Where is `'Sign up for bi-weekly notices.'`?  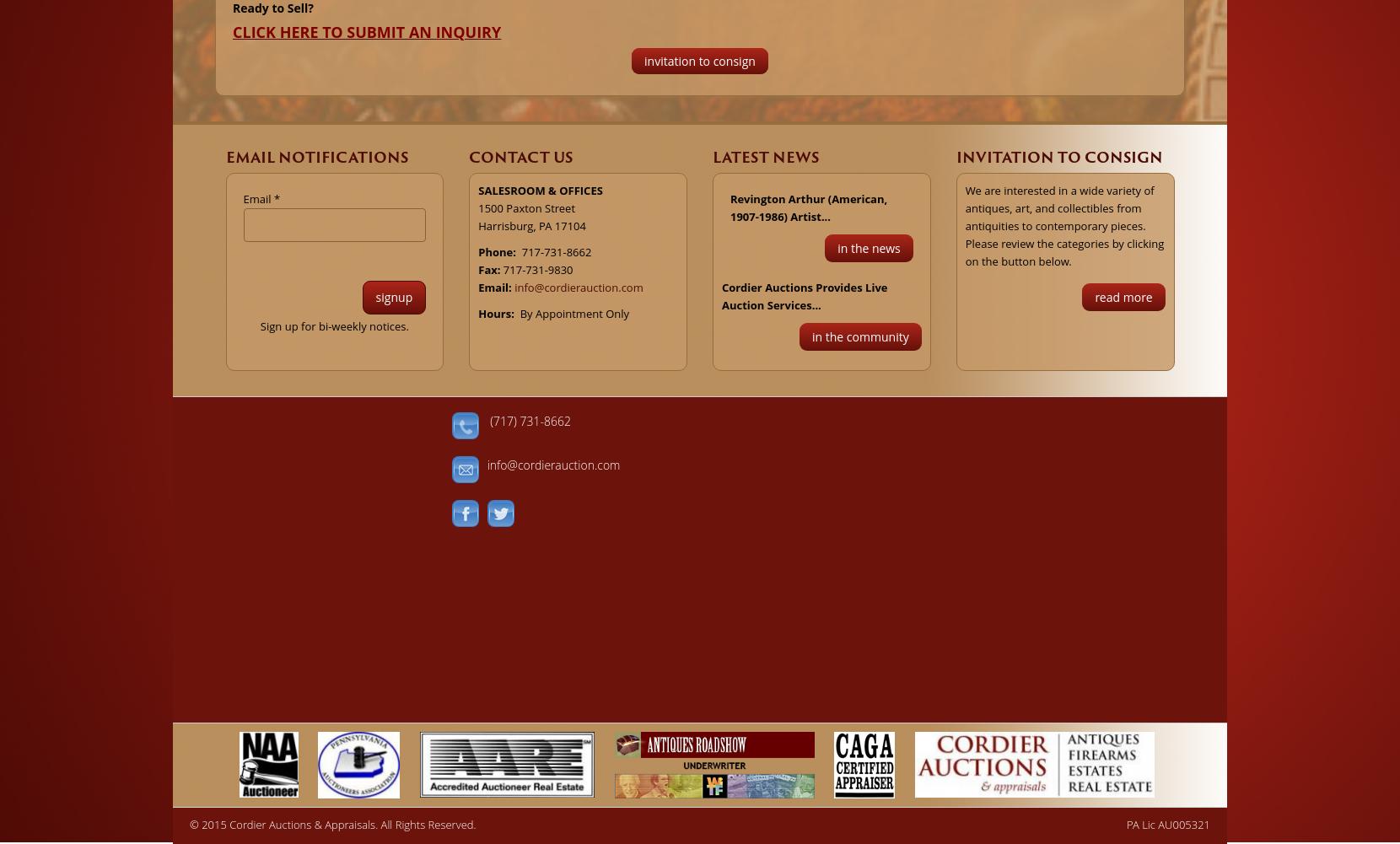 'Sign up for bi-weekly notices.' is located at coordinates (334, 324).